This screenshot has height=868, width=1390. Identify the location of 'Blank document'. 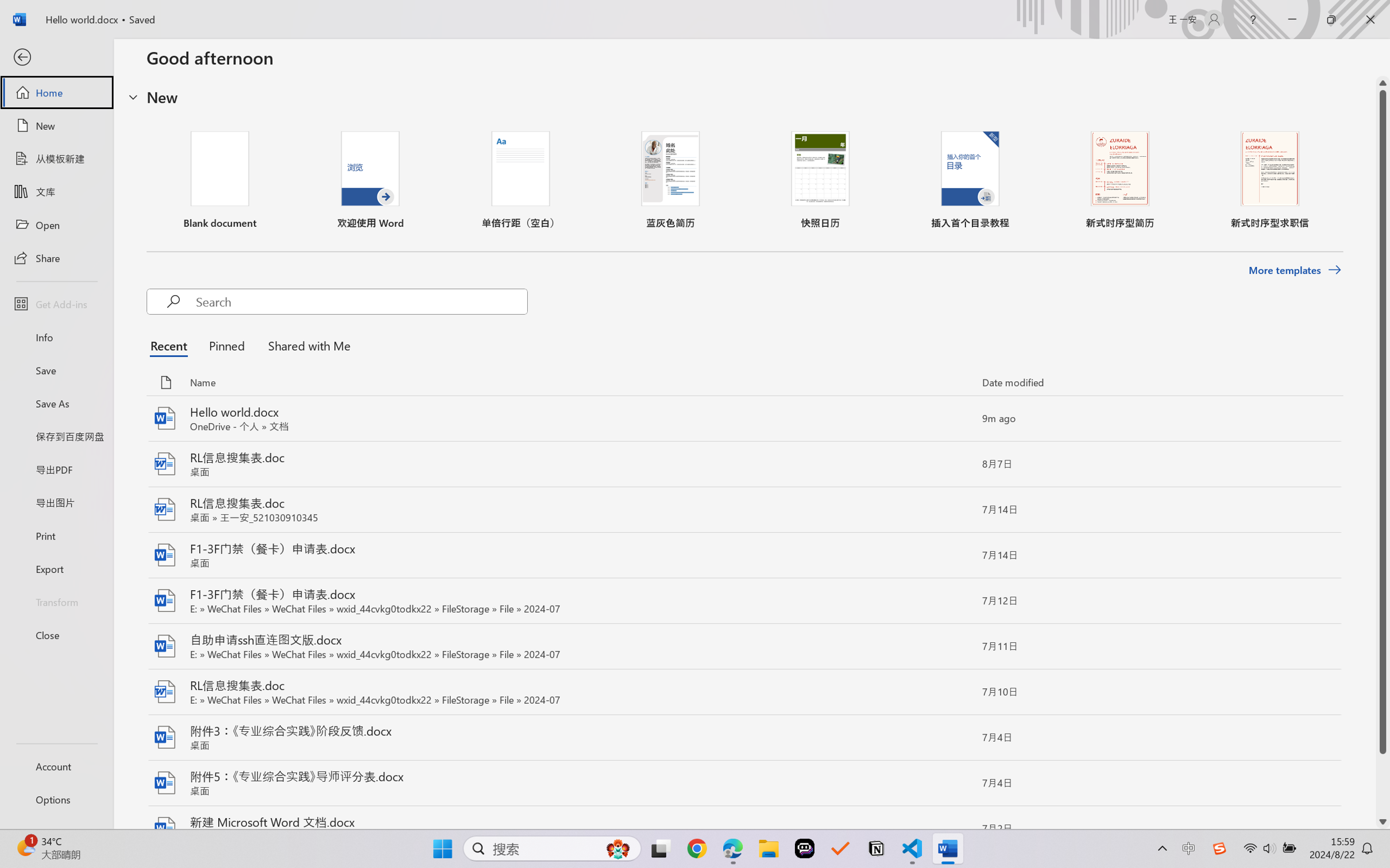
(219, 180).